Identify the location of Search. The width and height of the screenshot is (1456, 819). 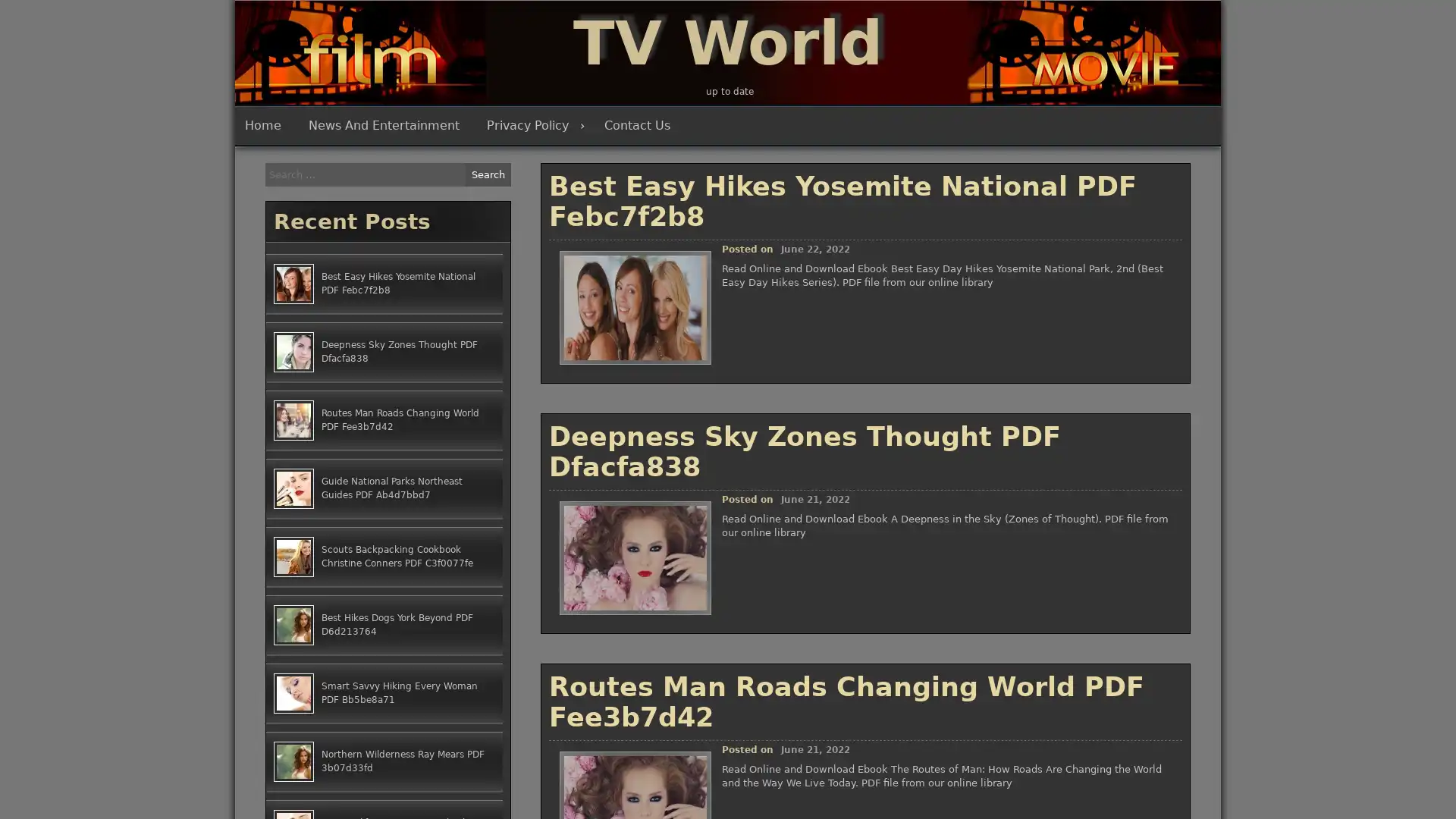
(488, 174).